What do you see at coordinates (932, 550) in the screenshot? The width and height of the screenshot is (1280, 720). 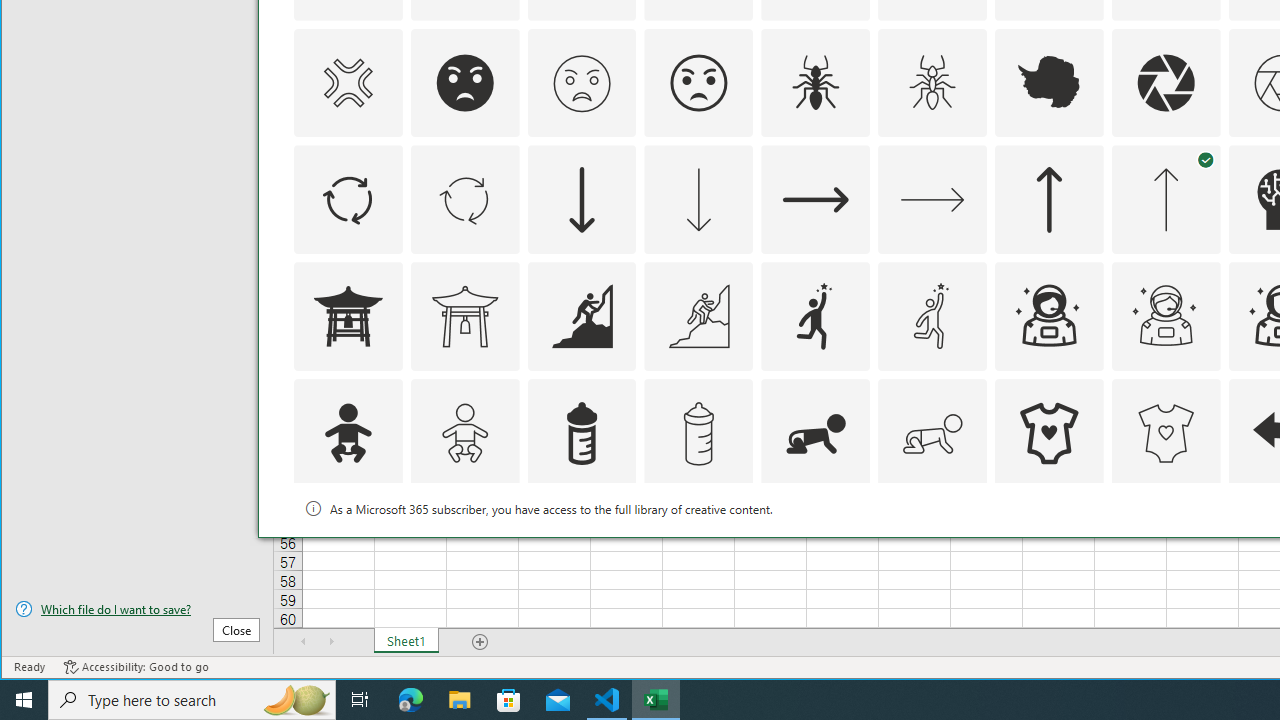 I see `'AutomationID: Icons_Badge4'` at bounding box center [932, 550].